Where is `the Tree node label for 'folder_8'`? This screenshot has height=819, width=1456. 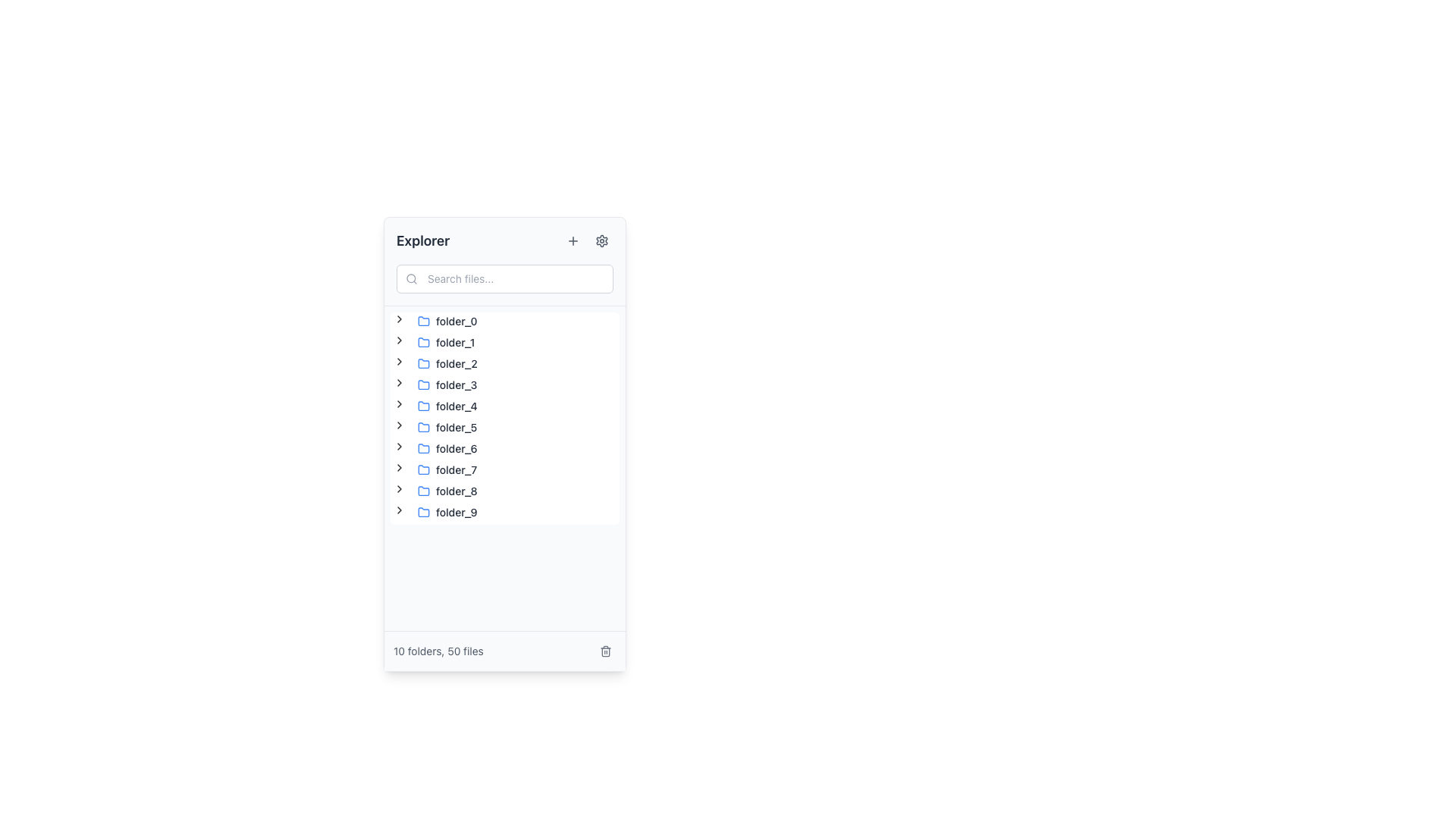 the Tree node label for 'folder_8' is located at coordinates (447, 491).